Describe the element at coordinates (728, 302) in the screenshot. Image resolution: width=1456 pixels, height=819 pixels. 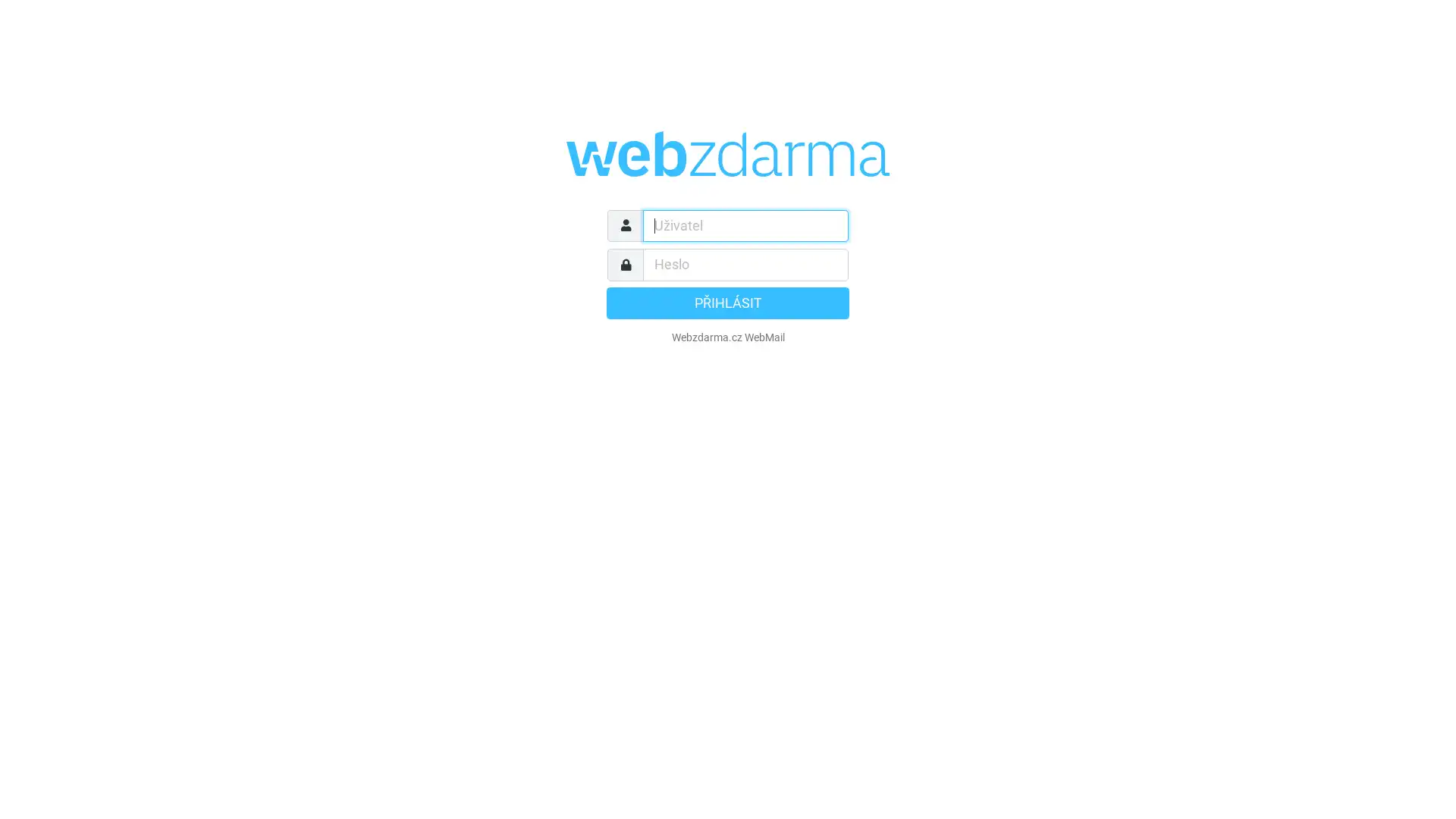
I see `PRIHLASIT` at that location.